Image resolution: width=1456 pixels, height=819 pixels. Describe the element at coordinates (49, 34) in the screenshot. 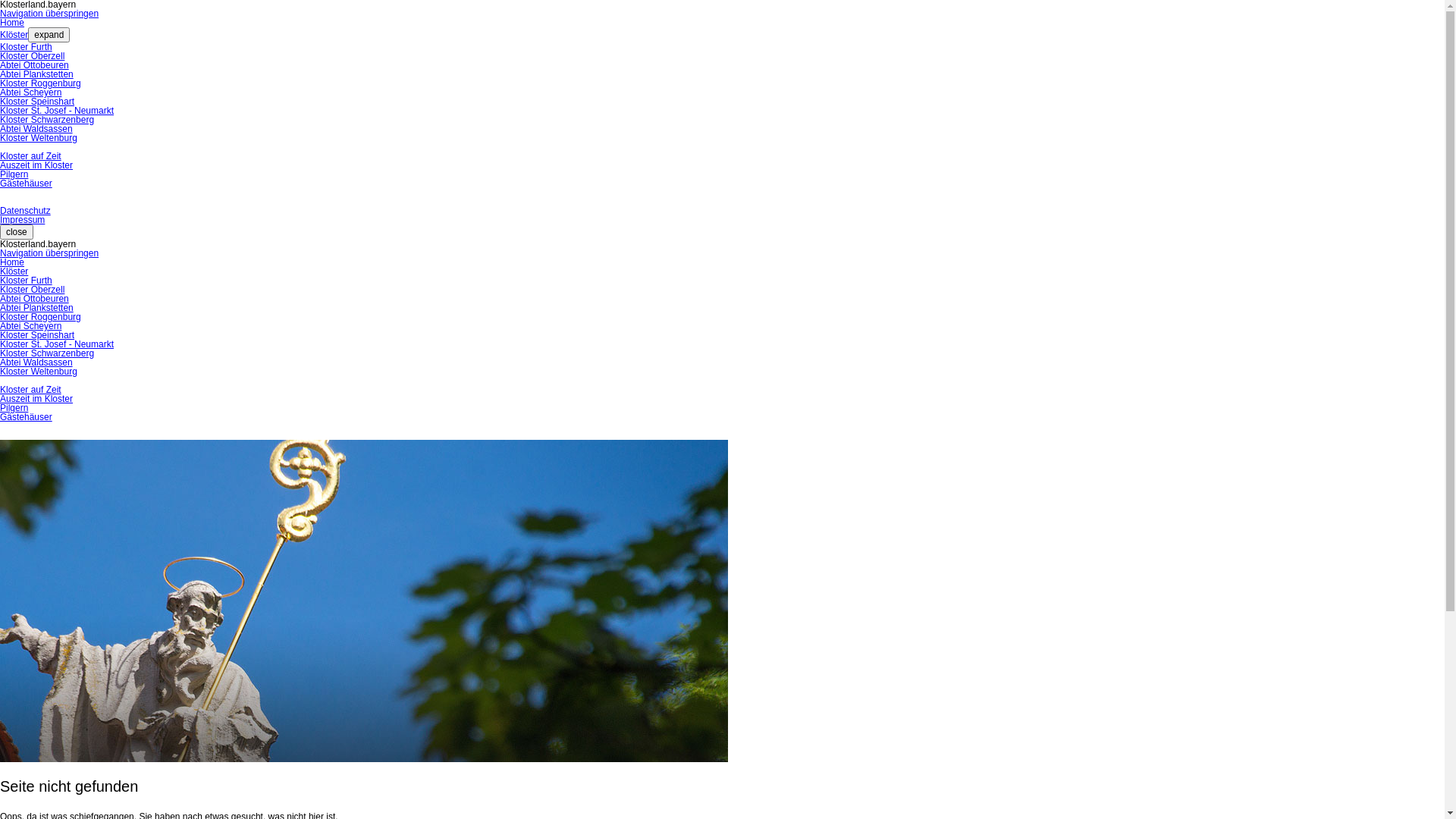

I see `'expand'` at that location.